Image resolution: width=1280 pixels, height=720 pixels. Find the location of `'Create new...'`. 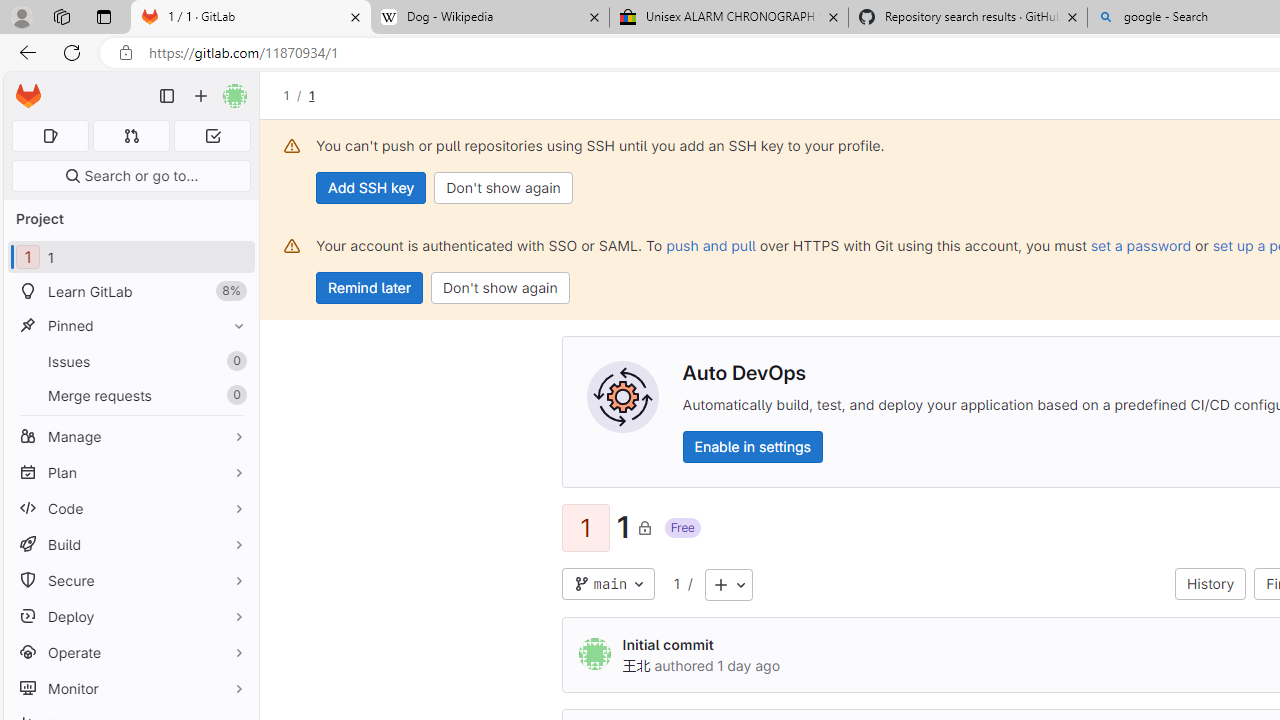

'Create new...' is located at coordinates (201, 96).